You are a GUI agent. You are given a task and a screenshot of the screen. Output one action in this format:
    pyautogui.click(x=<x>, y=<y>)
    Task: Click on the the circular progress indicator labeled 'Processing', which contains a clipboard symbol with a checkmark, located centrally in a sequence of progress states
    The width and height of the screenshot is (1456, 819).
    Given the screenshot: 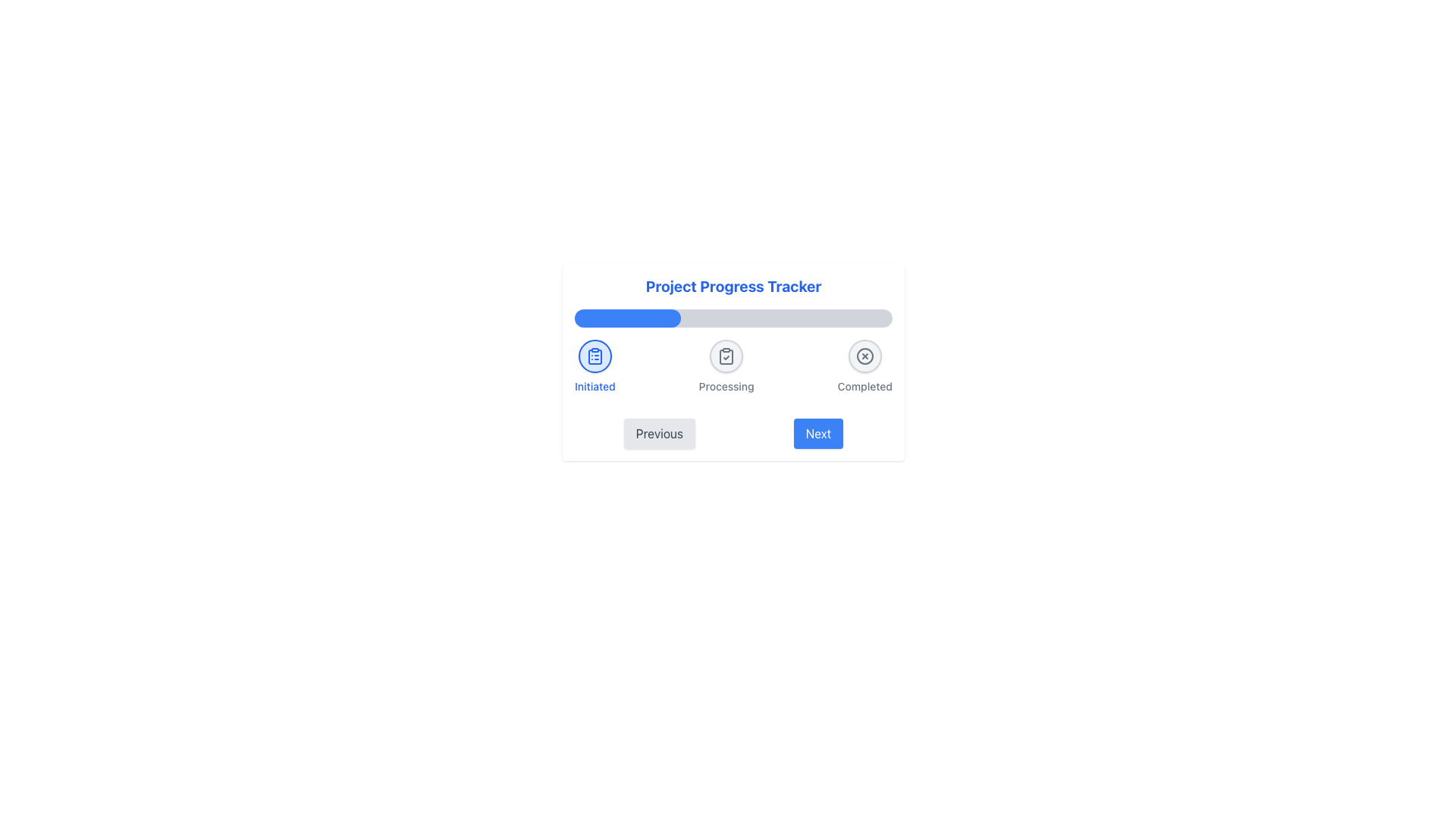 What is the action you would take?
    pyautogui.click(x=726, y=366)
    